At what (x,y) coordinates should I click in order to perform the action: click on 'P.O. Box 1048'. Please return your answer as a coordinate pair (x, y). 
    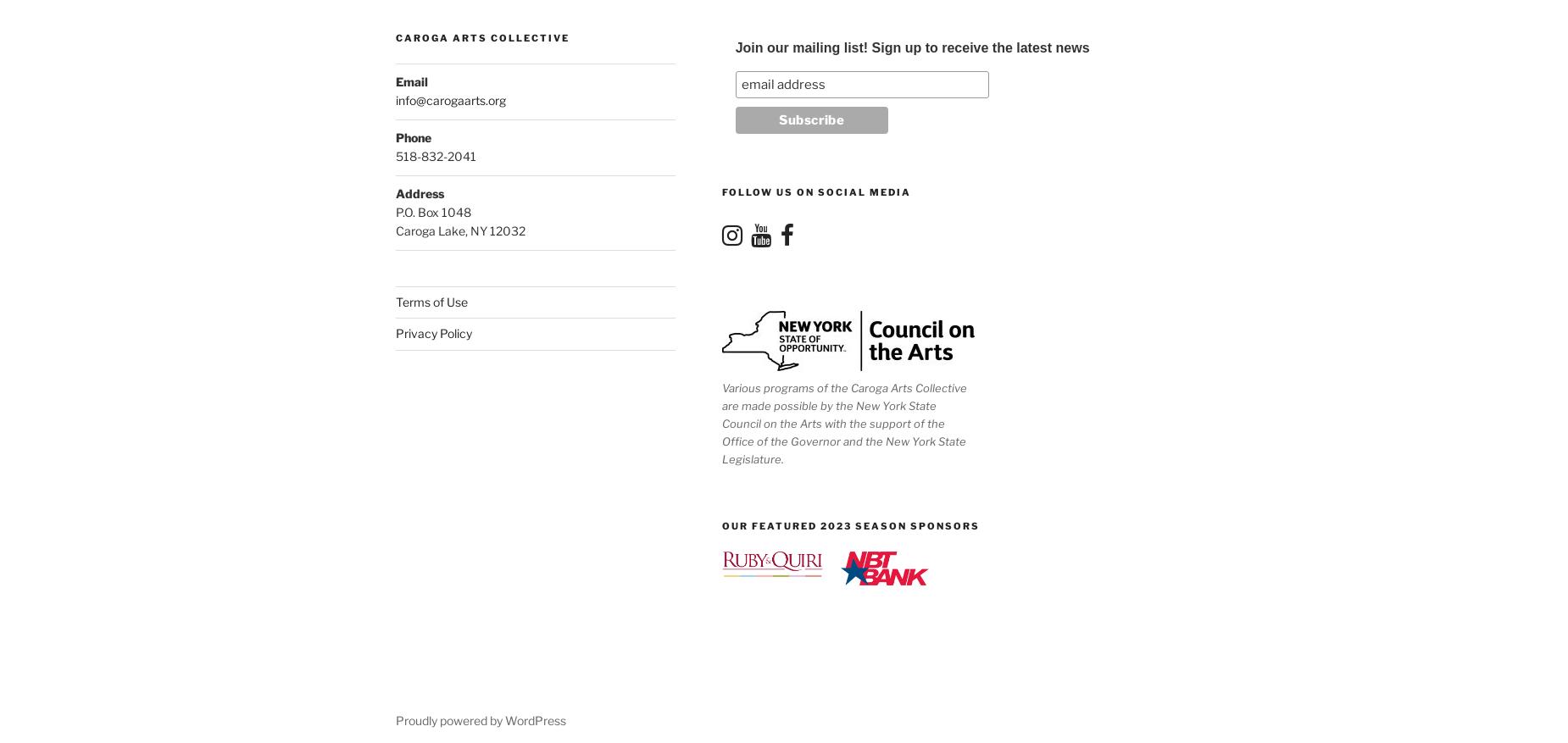
    Looking at the image, I should click on (395, 212).